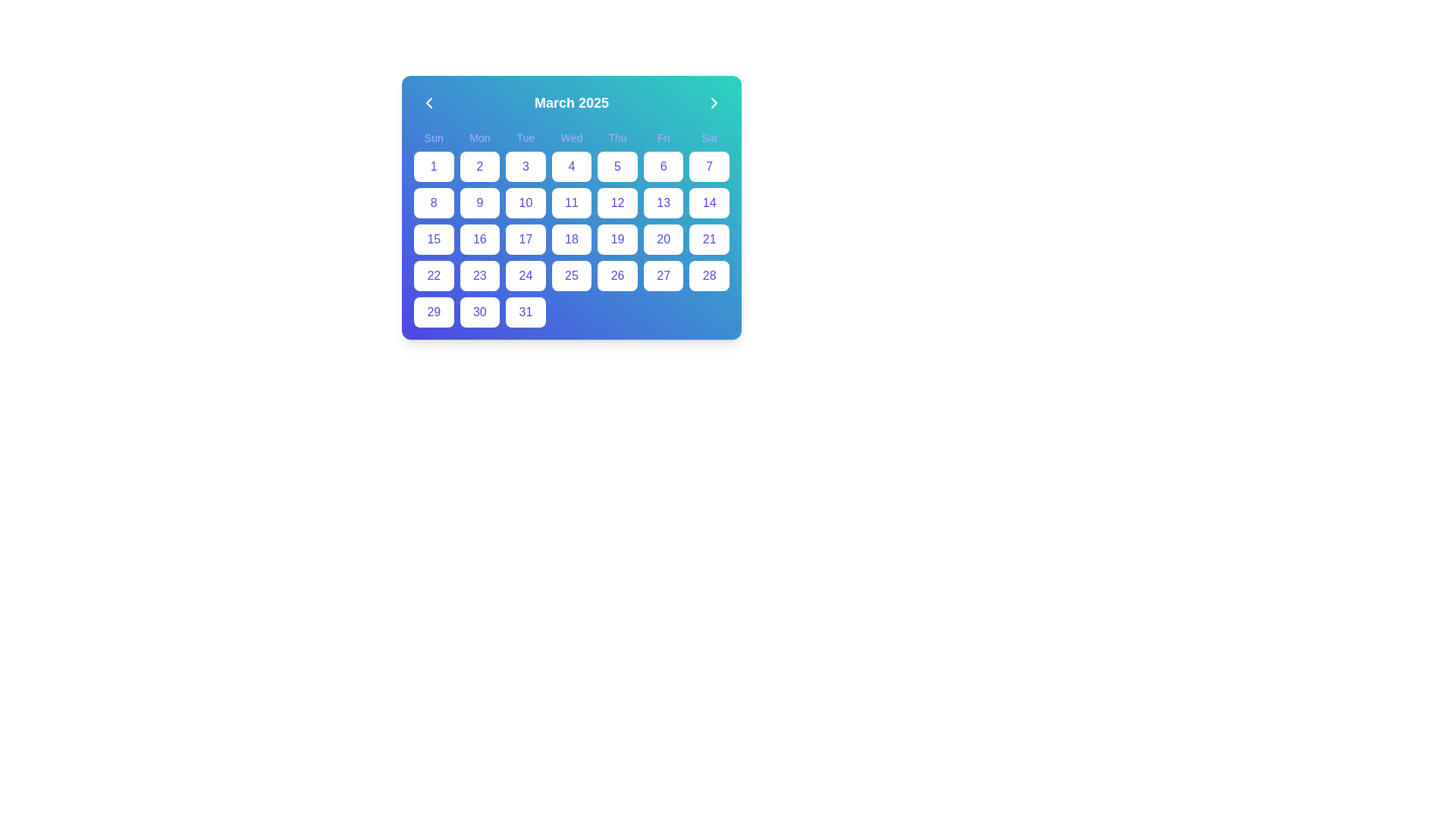 The width and height of the screenshot is (1456, 819). I want to click on the date cell displaying the number '8' in the calendar view, located in the second row and first column, below the 'Sun' header, so click(433, 202).